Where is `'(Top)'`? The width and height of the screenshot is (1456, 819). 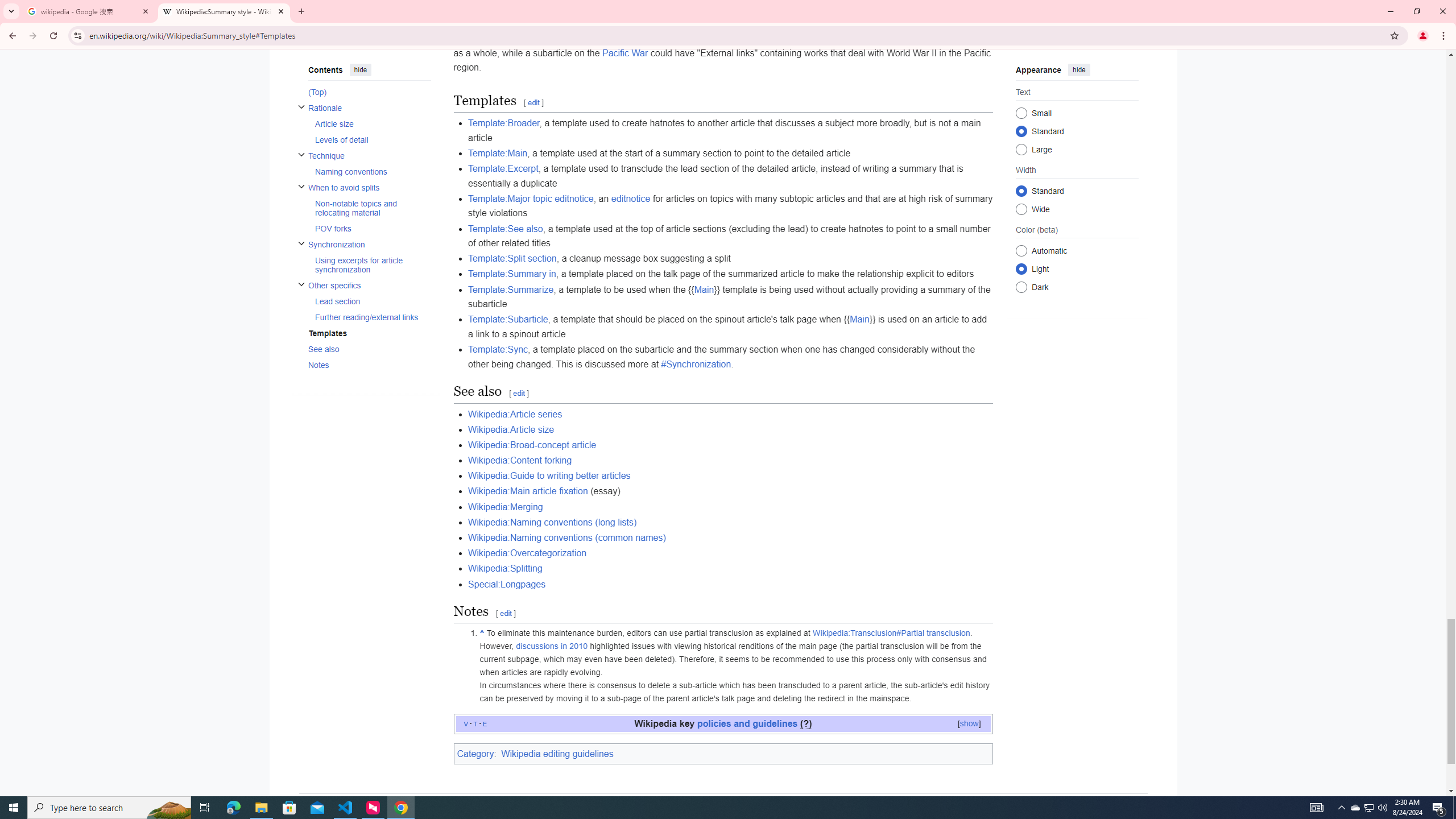 '(Top)' is located at coordinates (369, 91).